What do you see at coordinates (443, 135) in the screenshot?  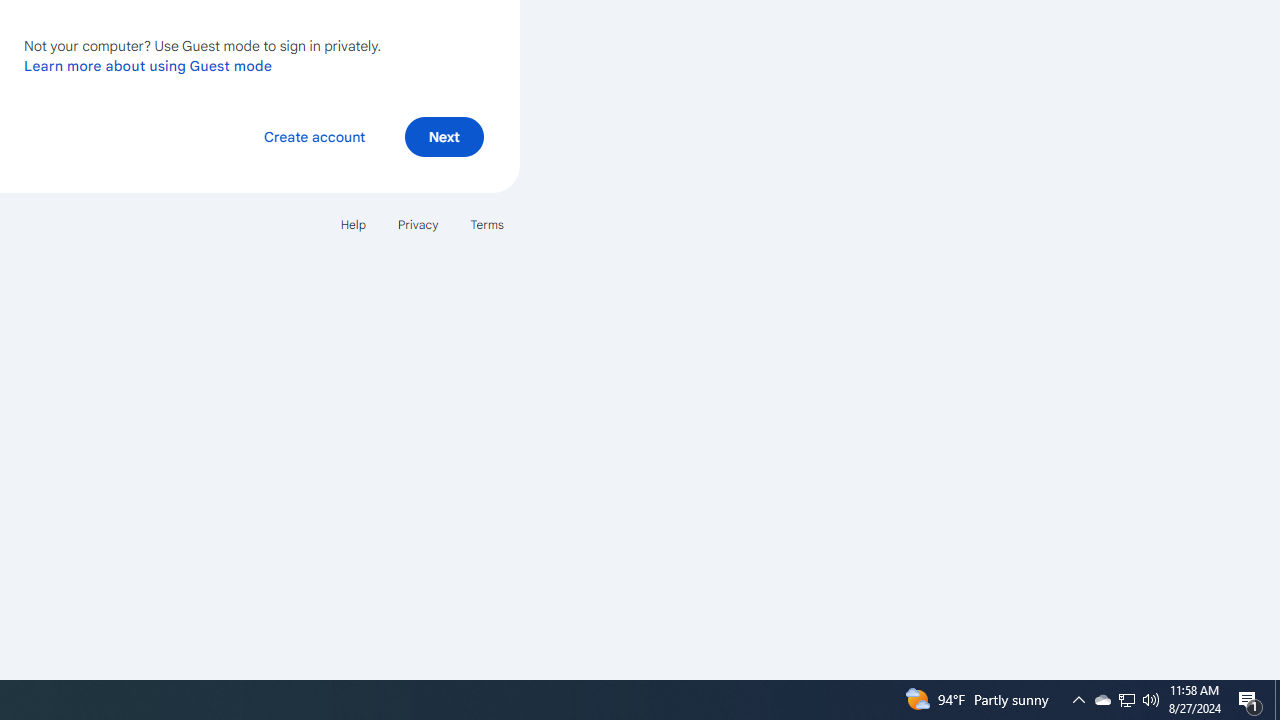 I see `'Next'` at bounding box center [443, 135].